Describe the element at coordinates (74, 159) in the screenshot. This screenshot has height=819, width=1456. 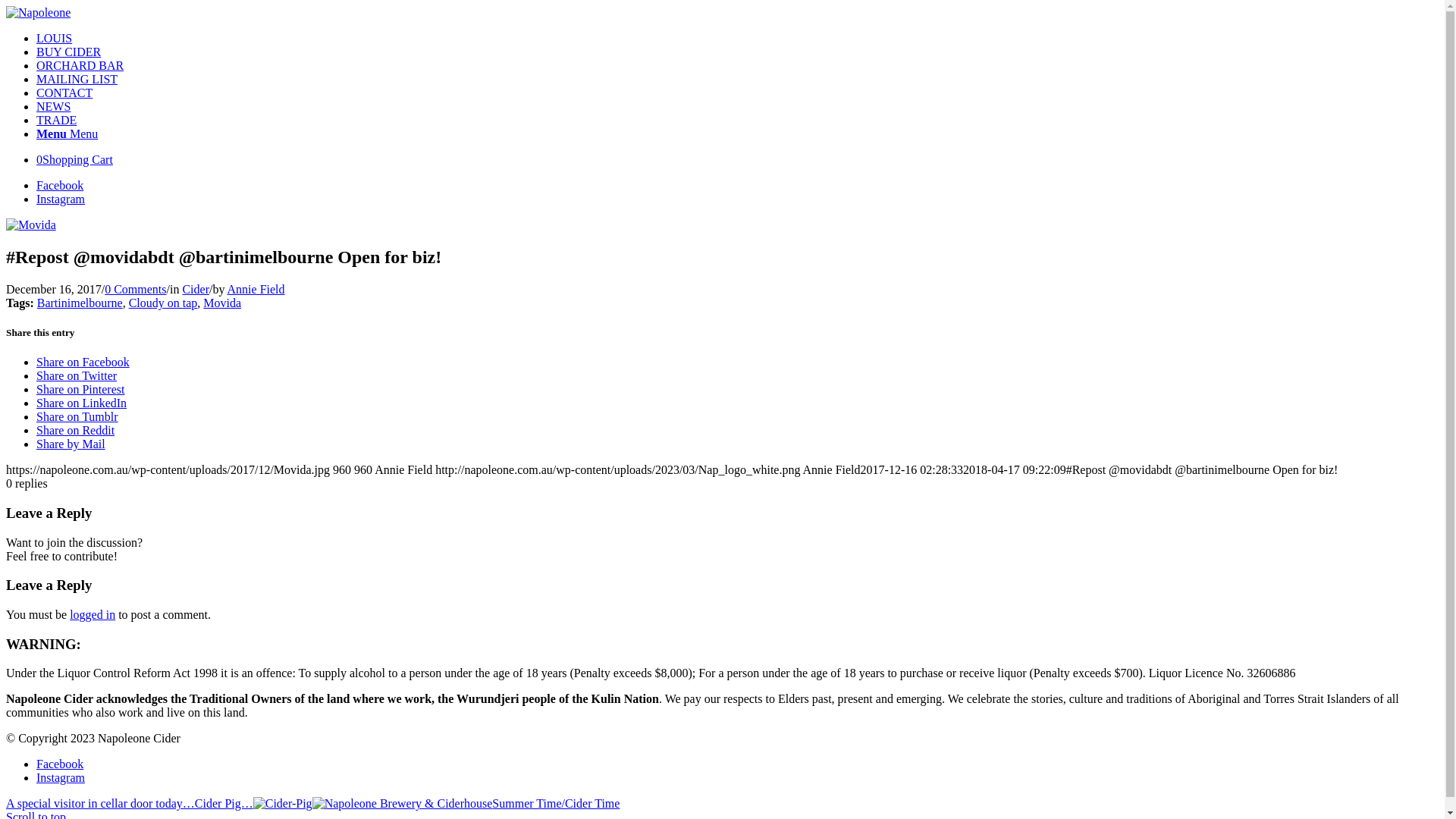
I see `'0Shopping Cart'` at that location.